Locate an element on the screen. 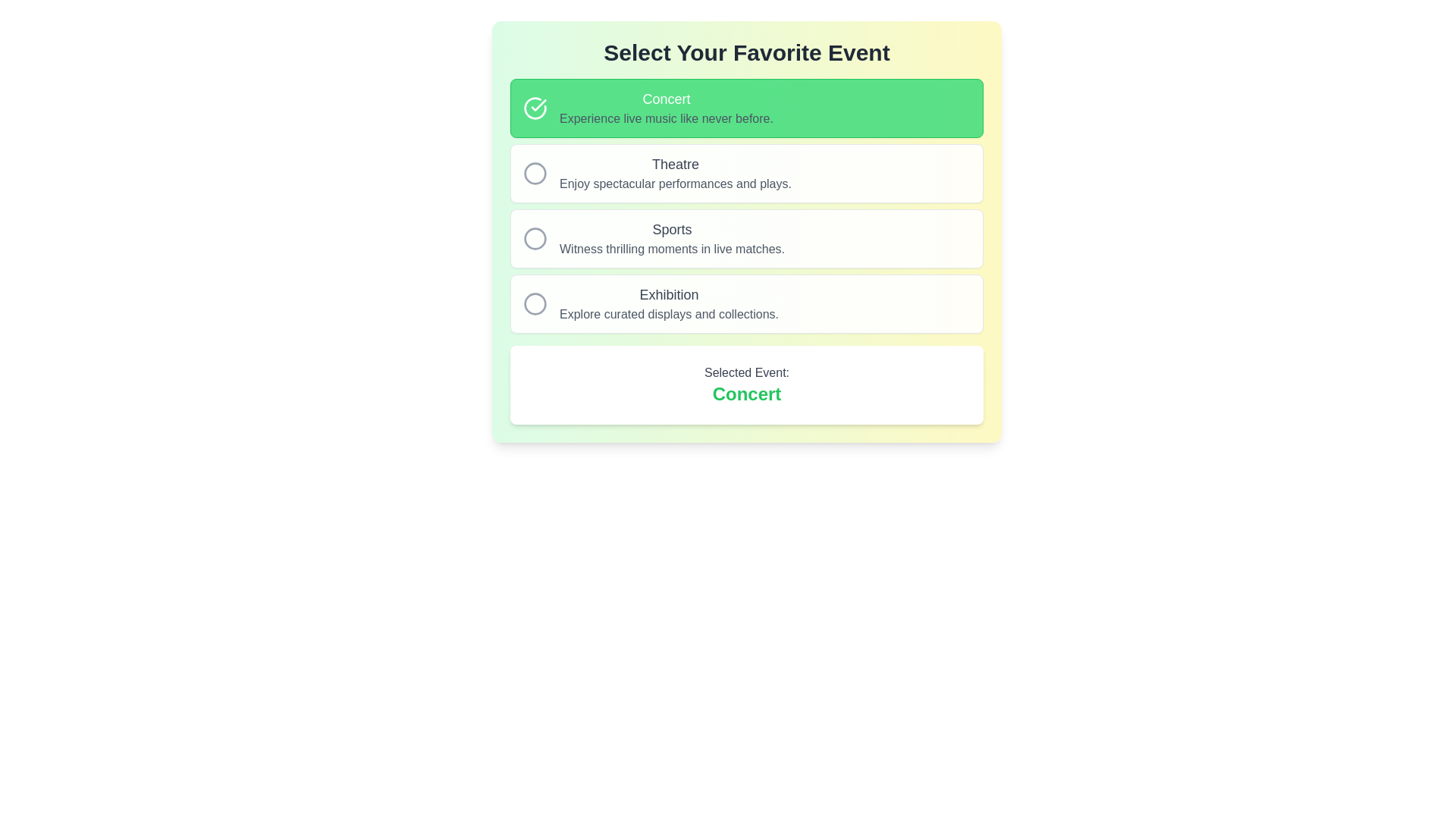  the selection status icon representing the 'Concert' event, located at the left side of the topmost green-highlighted list item, directly above 'Theatre' is located at coordinates (535, 107).